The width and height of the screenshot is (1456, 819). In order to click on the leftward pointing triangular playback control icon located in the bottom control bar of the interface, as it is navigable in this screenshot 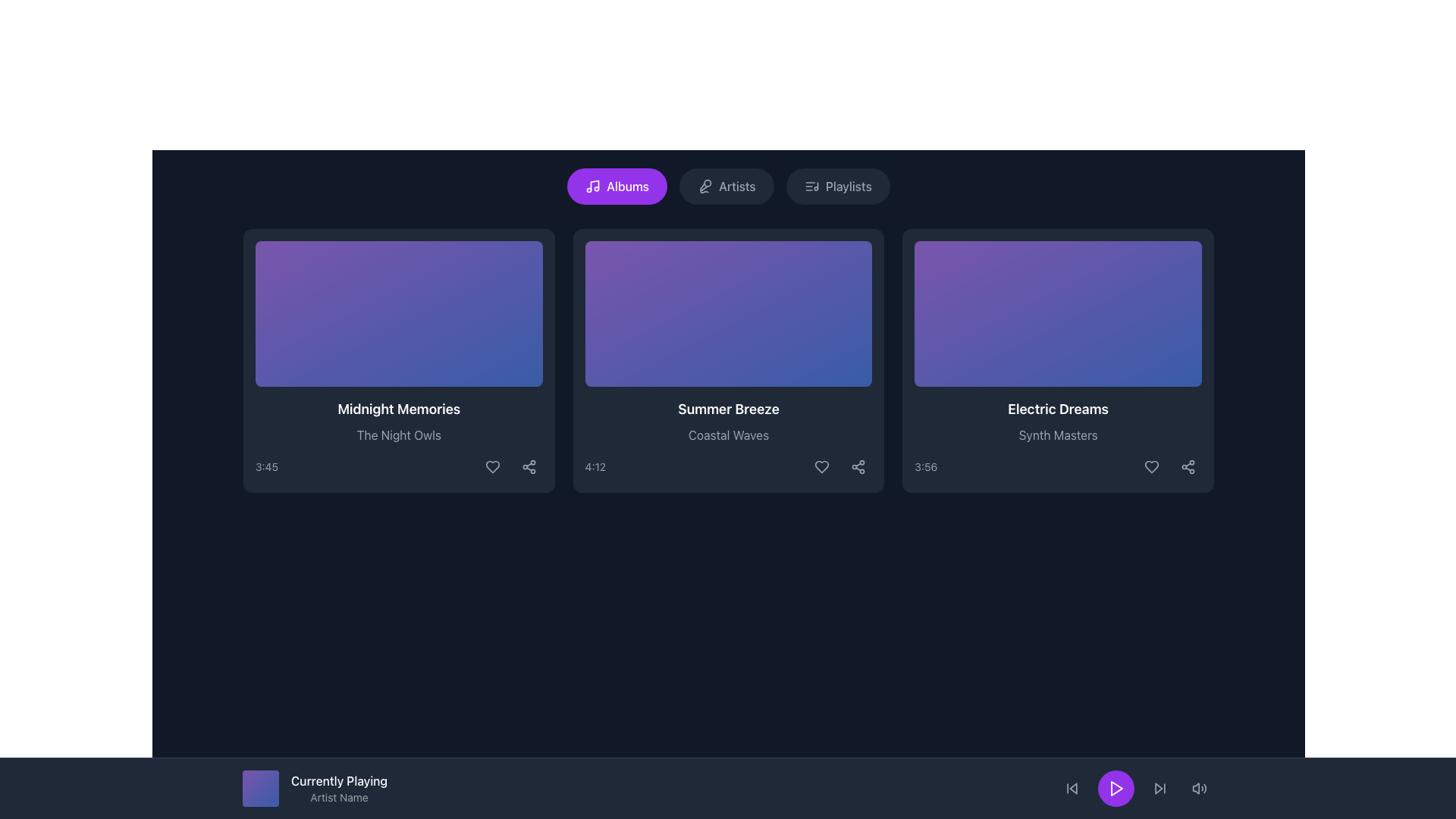, I will do `click(1072, 788)`.